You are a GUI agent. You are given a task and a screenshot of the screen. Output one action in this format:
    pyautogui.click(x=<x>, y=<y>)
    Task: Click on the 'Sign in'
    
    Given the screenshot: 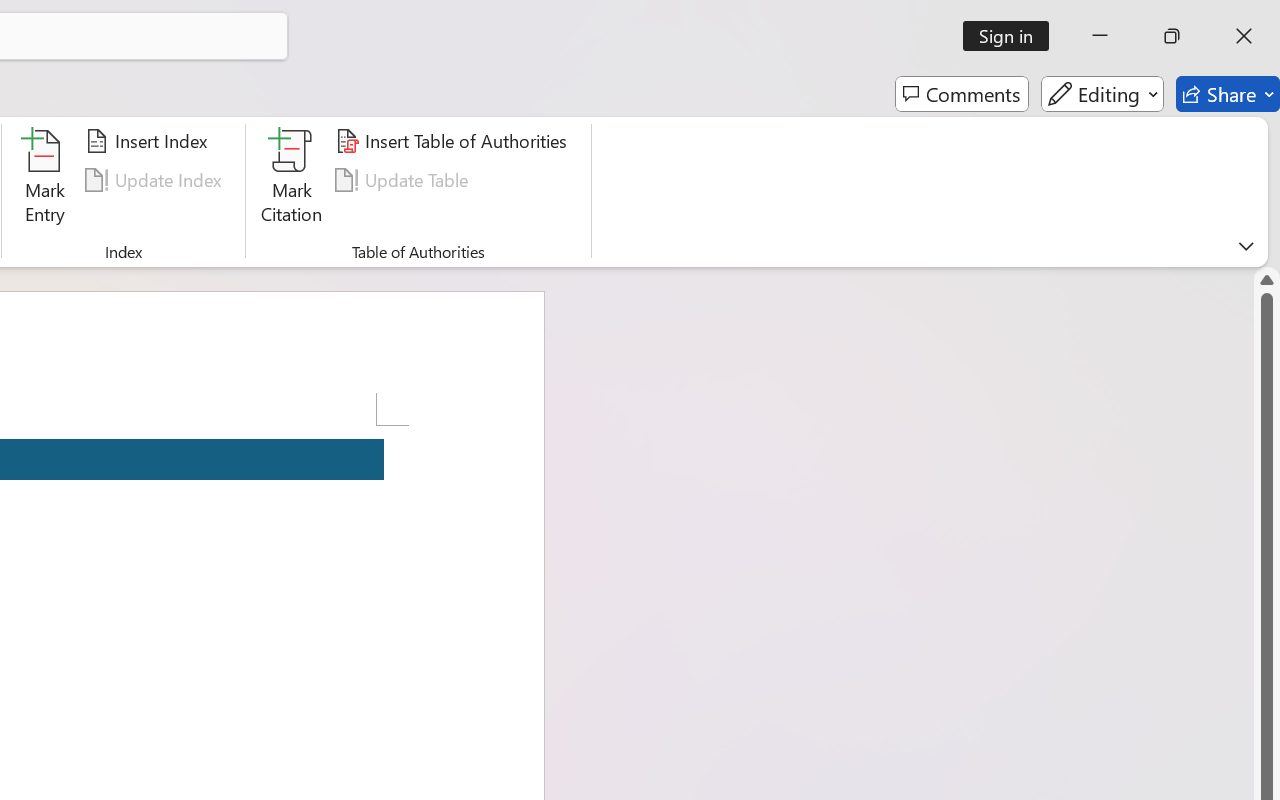 What is the action you would take?
    pyautogui.click(x=1013, y=35)
    